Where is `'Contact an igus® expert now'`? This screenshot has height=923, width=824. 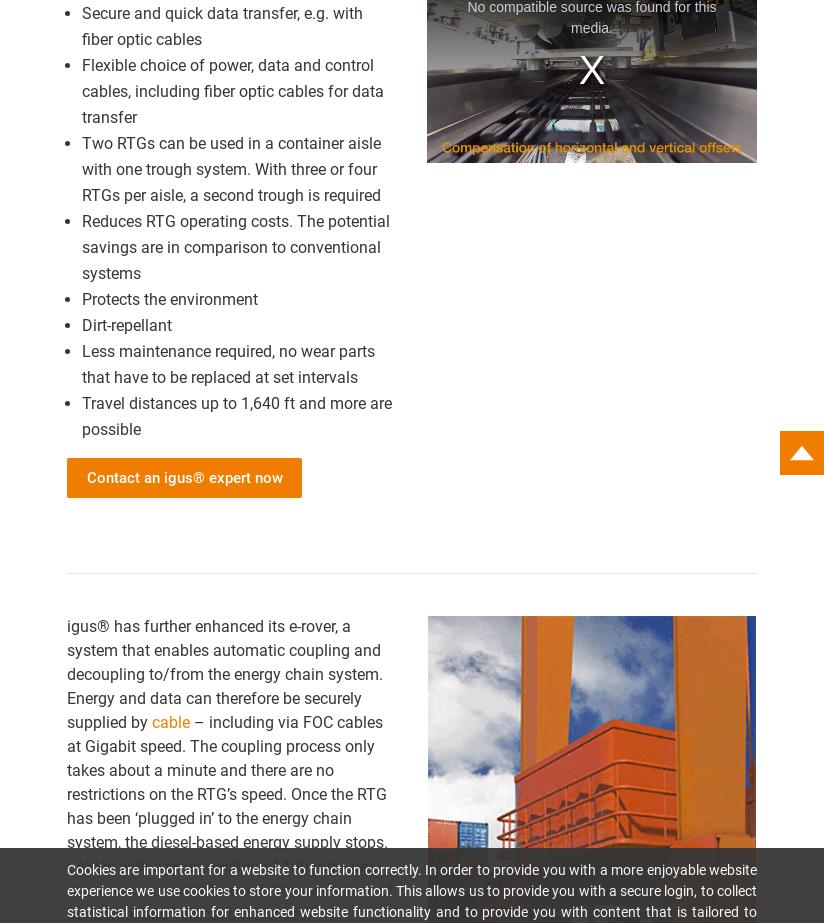 'Contact an igus® expert now' is located at coordinates (85, 476).